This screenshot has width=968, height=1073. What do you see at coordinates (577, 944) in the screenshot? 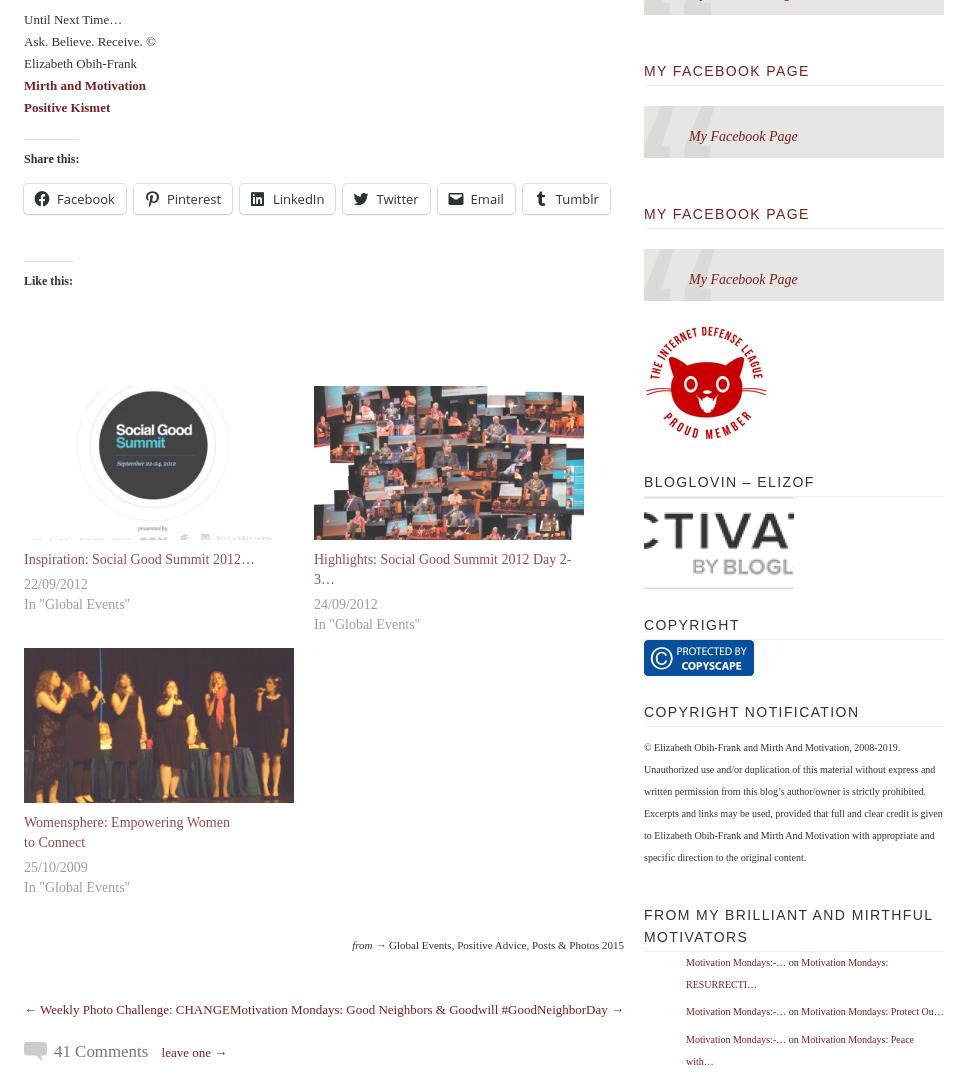
I see `'Posts & Photos 2015'` at bounding box center [577, 944].